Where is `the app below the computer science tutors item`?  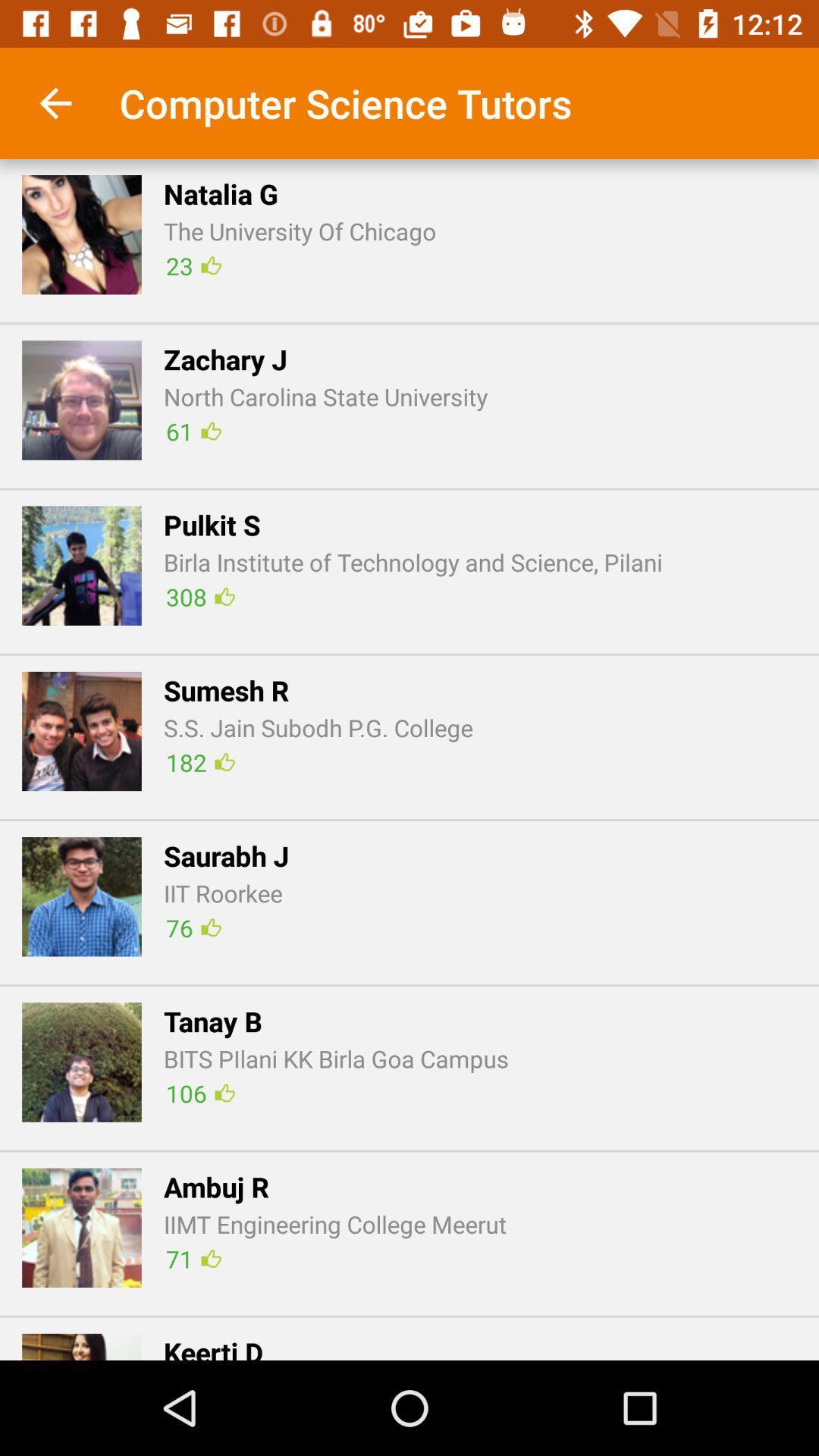 the app below the computer science tutors item is located at coordinates (221, 193).